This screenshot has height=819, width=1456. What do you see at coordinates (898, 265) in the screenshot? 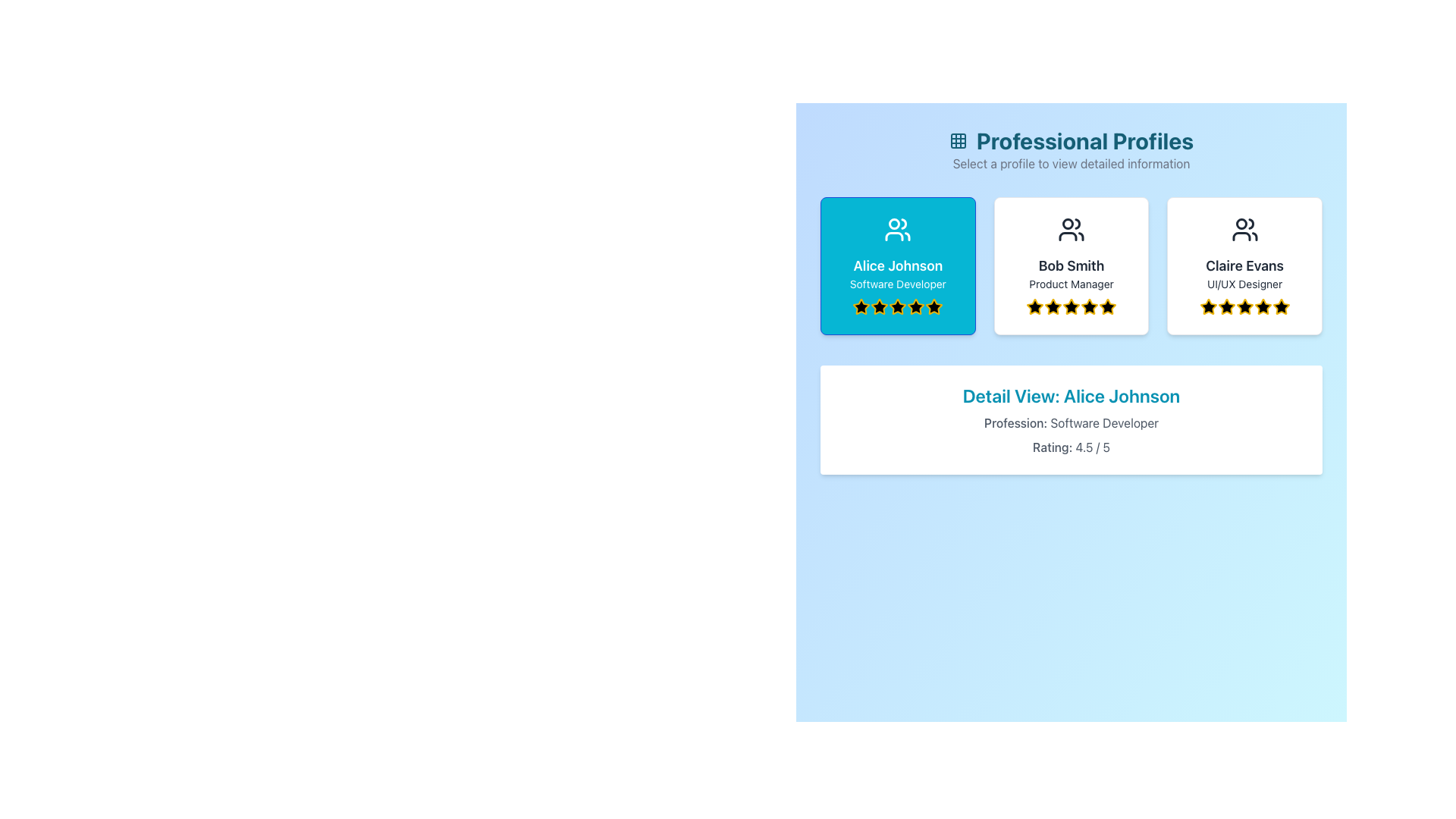
I see `the text label that displays the name of the professional profile in the first profile card, which is positioned towards the top, below the profile icon` at bounding box center [898, 265].